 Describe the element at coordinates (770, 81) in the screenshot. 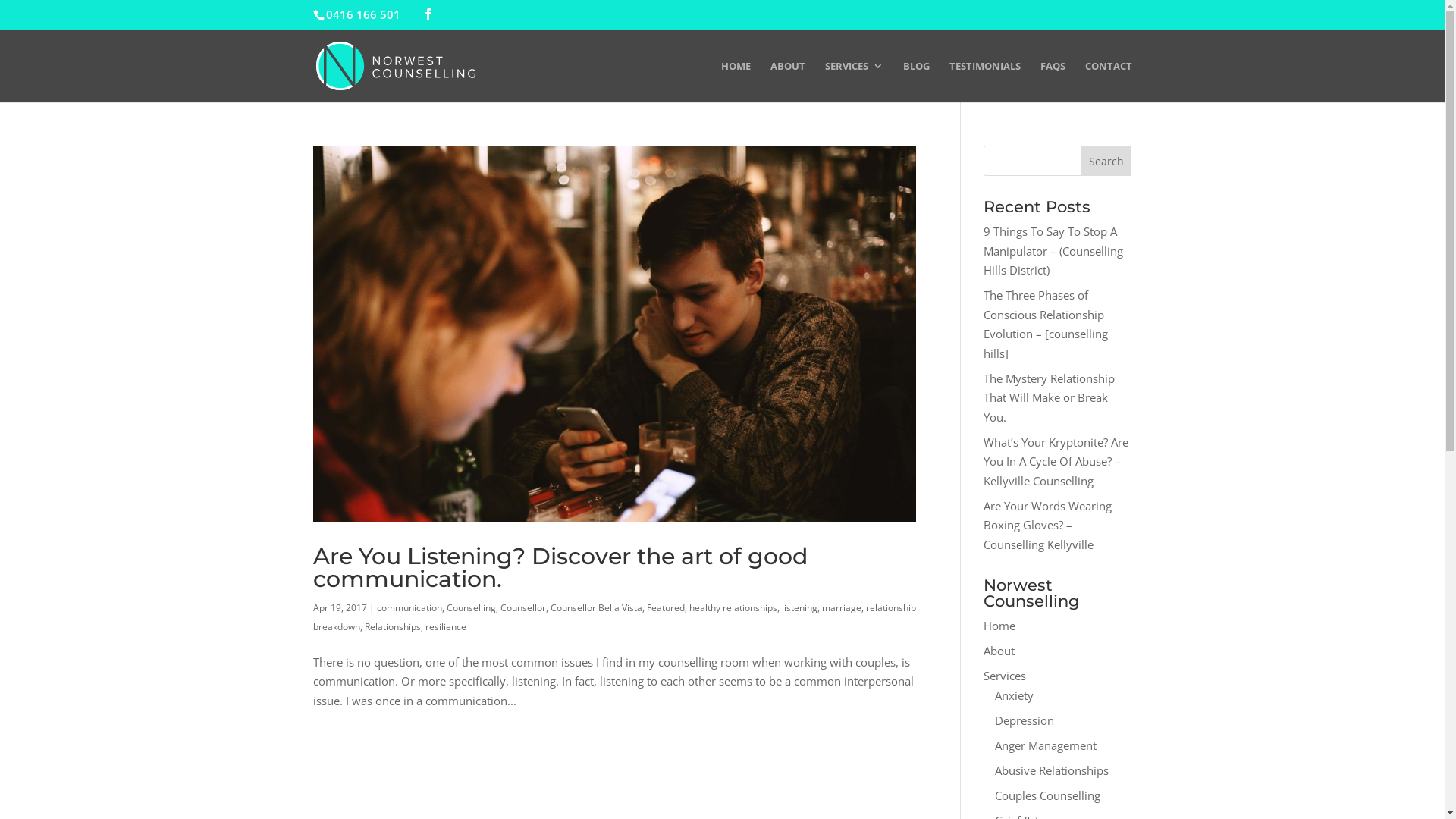

I see `'ABOUT'` at that location.